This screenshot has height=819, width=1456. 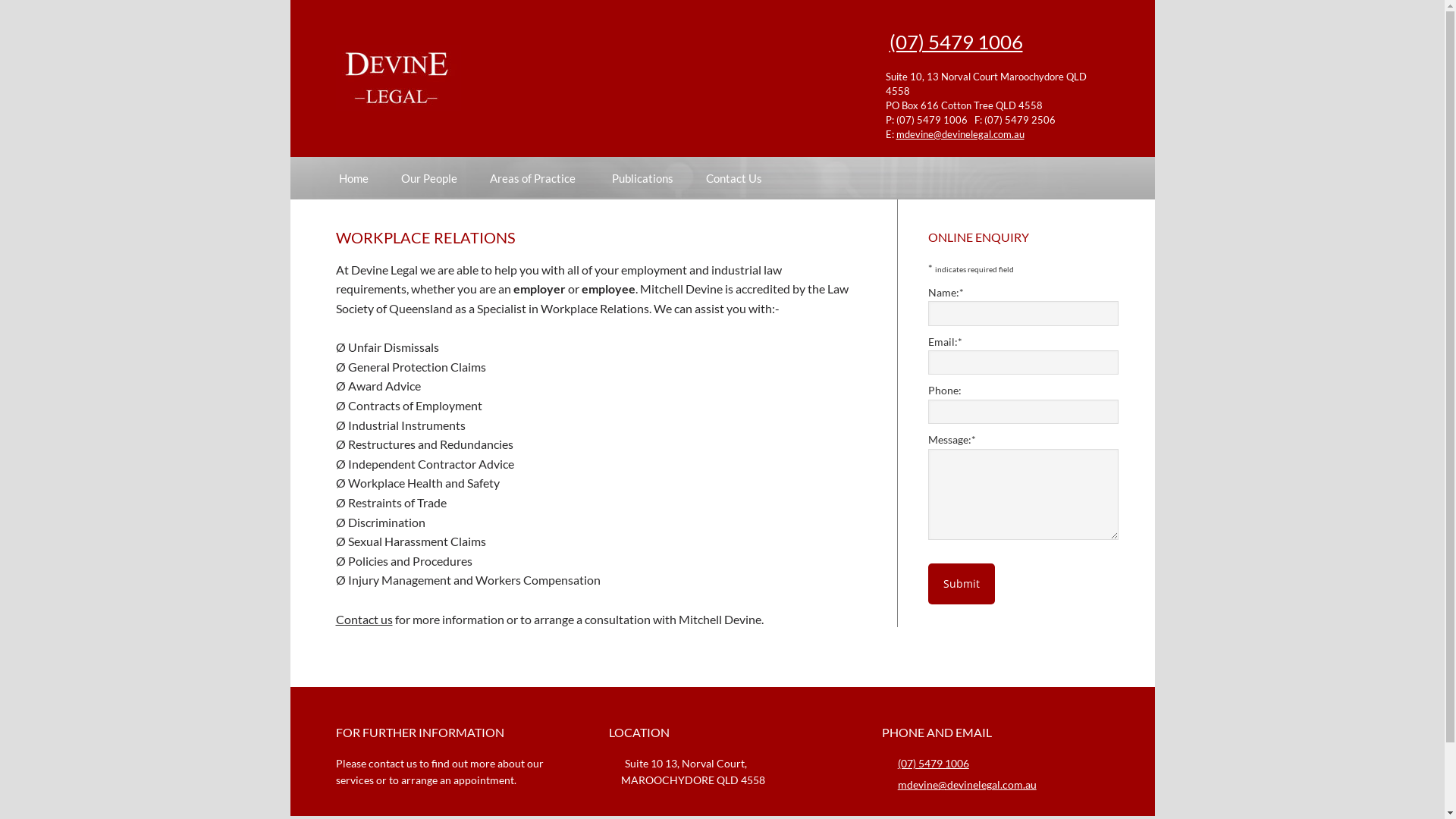 I want to click on 'Areas of Practice', so click(x=535, y=177).